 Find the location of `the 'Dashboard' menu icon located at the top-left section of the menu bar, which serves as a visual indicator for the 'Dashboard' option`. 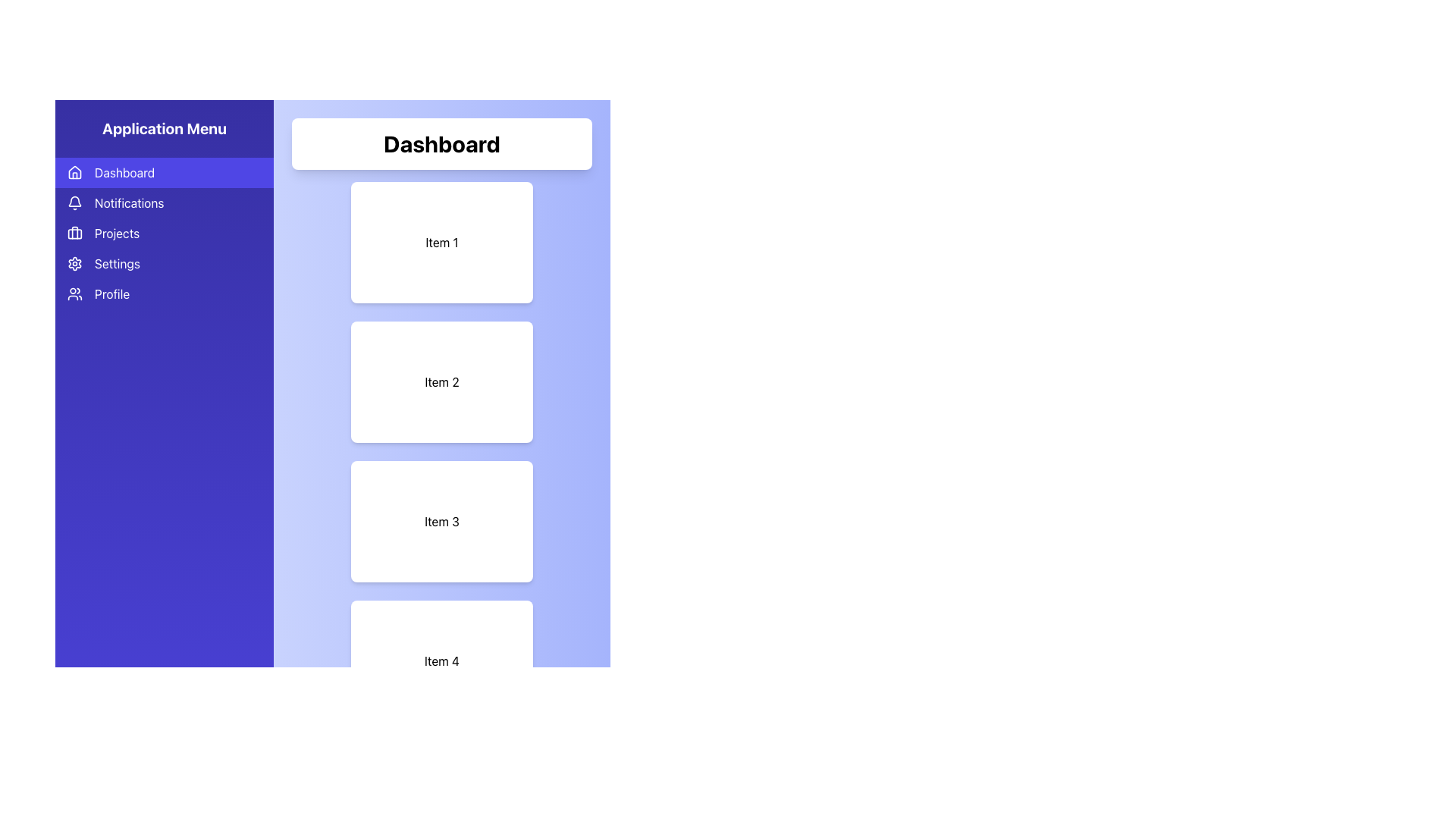

the 'Dashboard' menu icon located at the top-left section of the menu bar, which serves as a visual indicator for the 'Dashboard' option is located at coordinates (74, 171).